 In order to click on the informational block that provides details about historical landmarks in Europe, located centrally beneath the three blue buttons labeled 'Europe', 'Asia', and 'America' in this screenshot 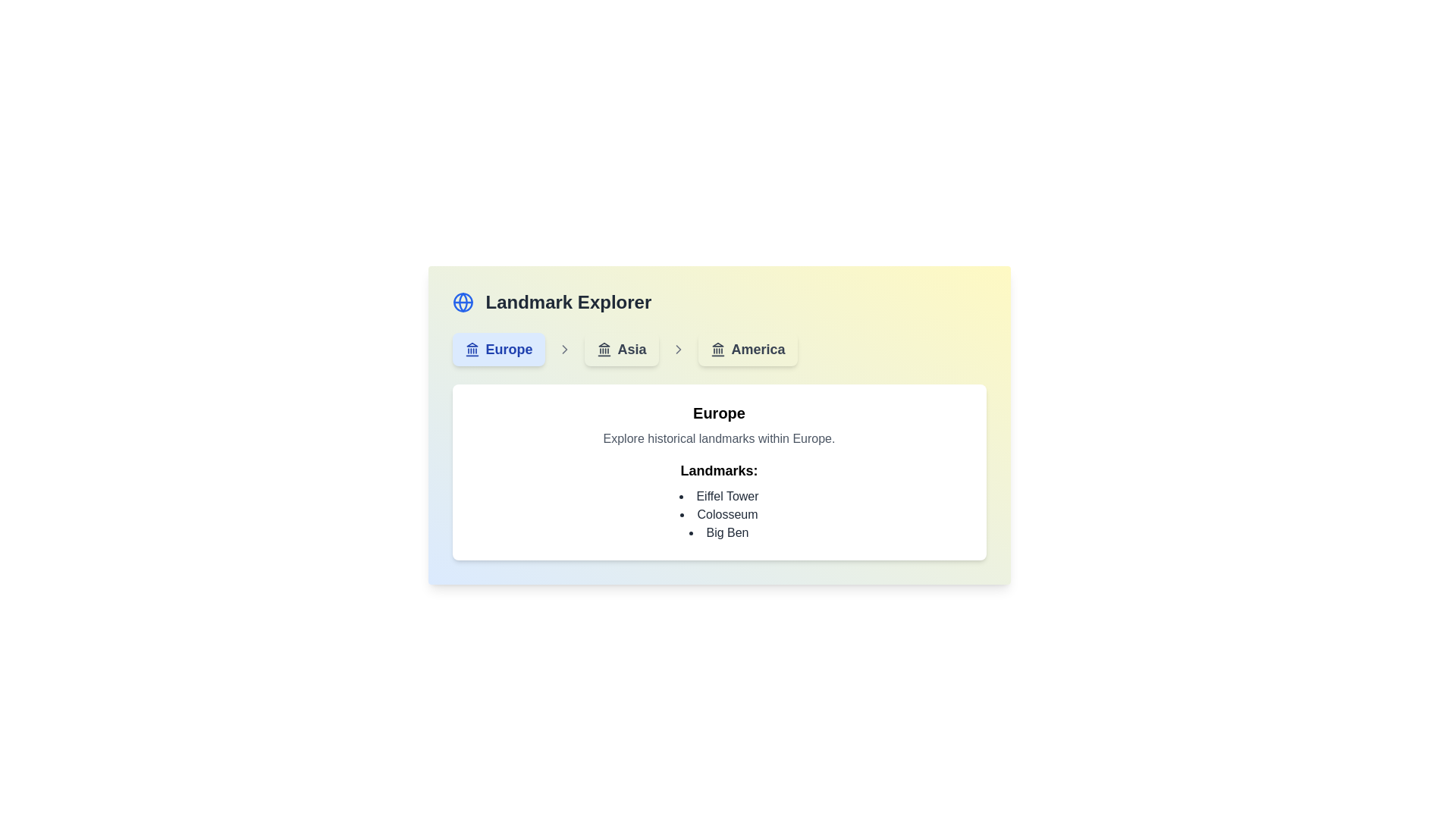, I will do `click(718, 425)`.